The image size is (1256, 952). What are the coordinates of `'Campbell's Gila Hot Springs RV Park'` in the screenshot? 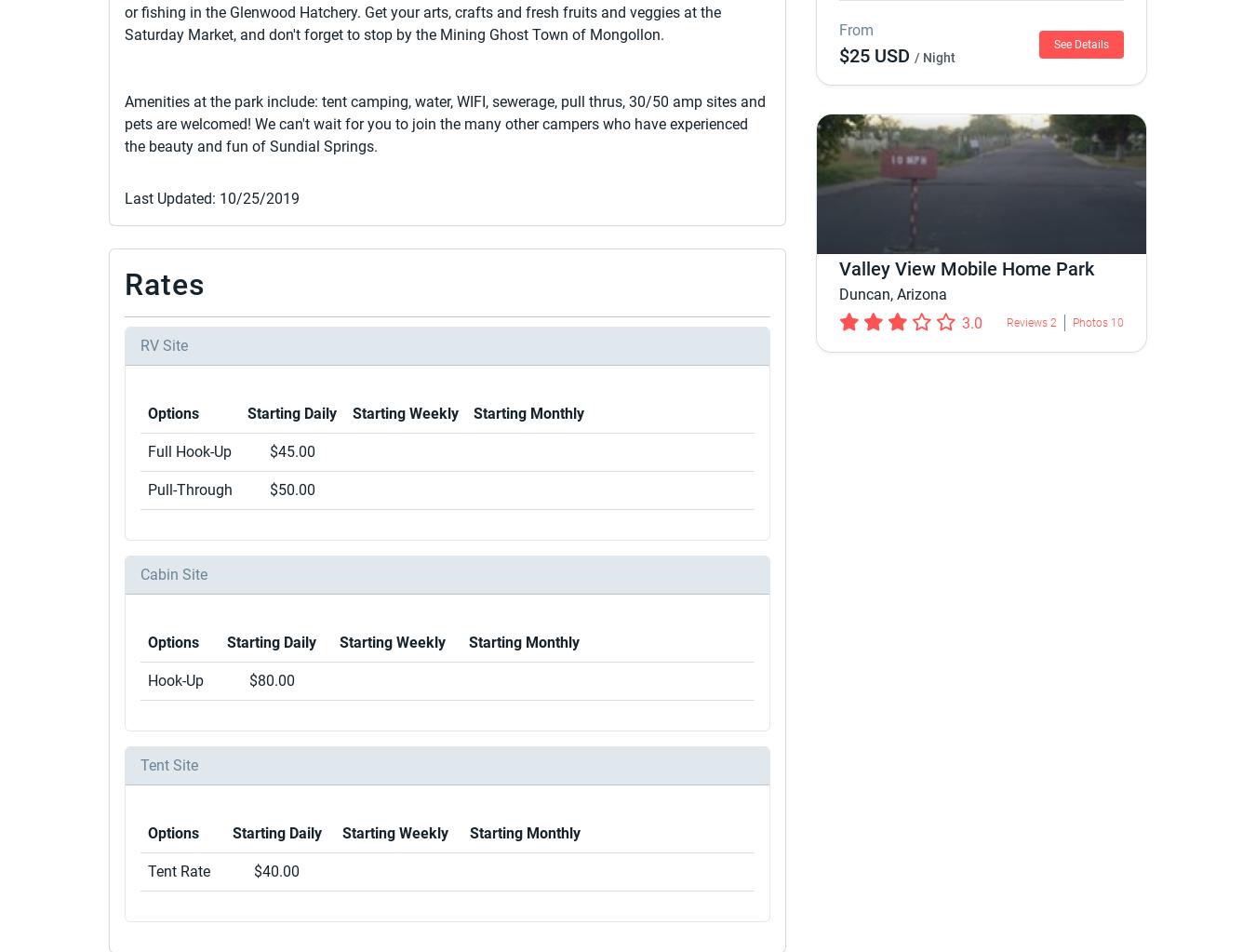 It's located at (609, 235).